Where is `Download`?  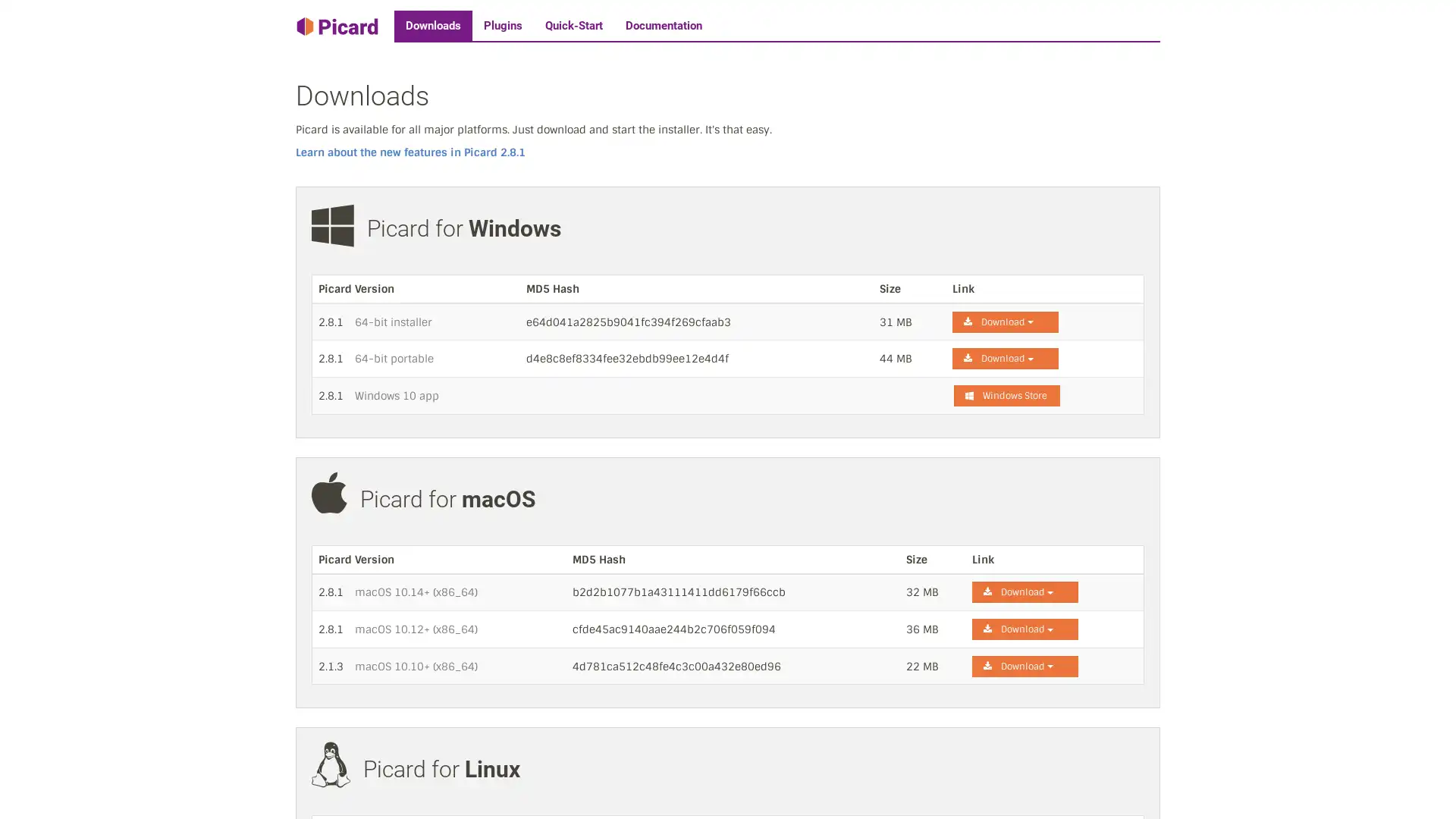
Download is located at coordinates (1025, 591).